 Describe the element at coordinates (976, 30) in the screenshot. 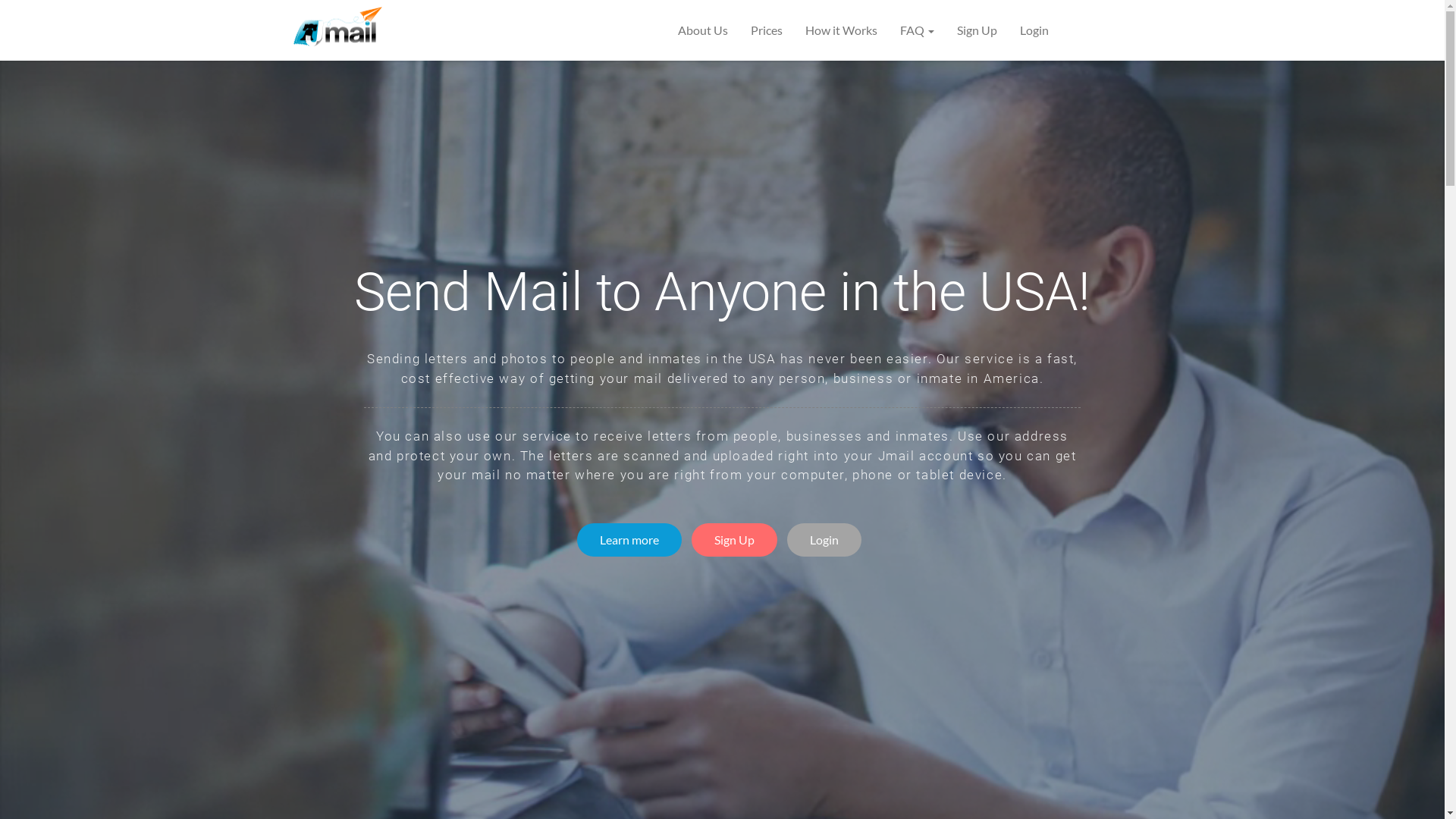

I see `'Sign Up'` at that location.